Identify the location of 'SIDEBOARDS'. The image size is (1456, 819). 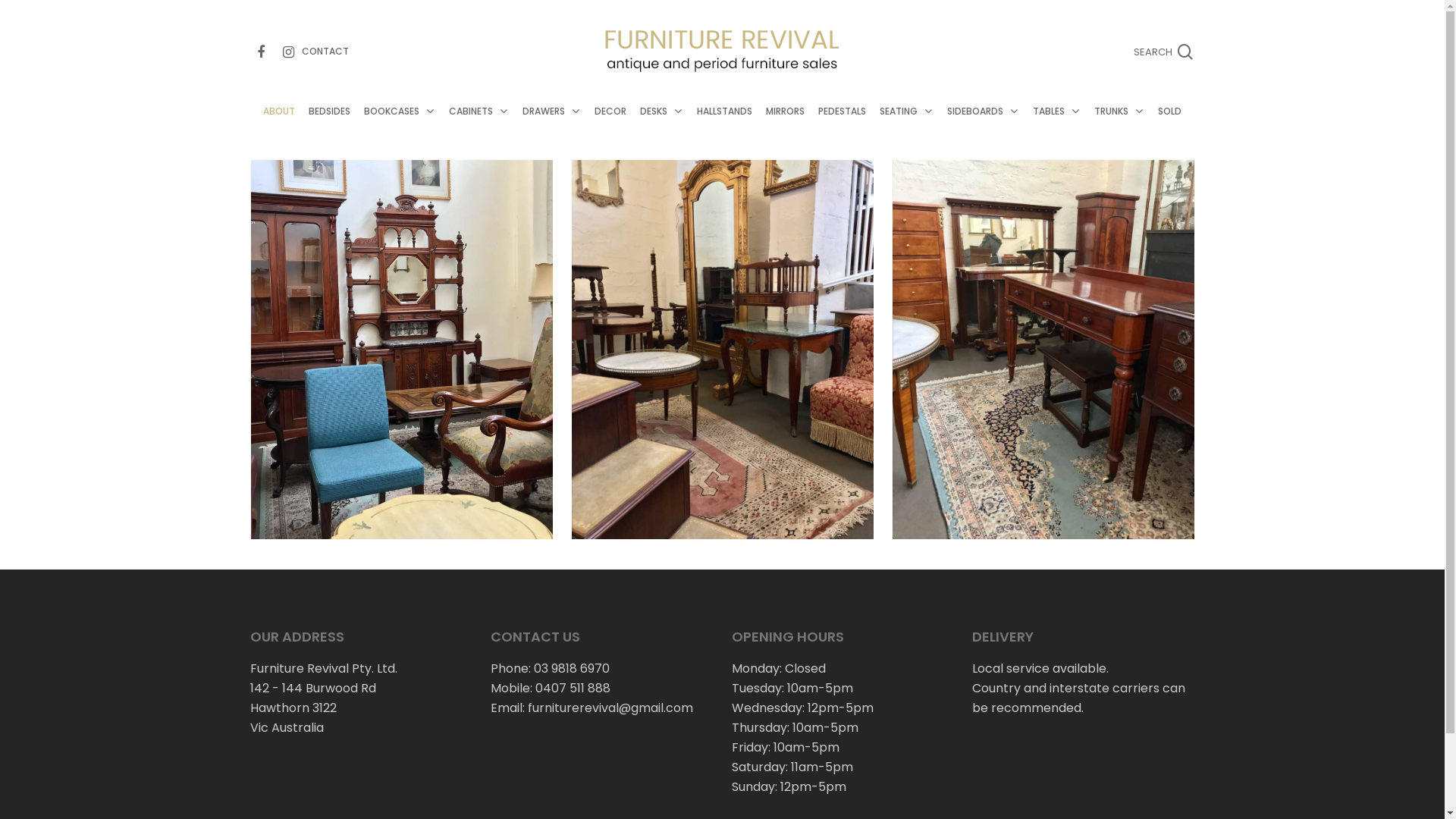
(939, 125).